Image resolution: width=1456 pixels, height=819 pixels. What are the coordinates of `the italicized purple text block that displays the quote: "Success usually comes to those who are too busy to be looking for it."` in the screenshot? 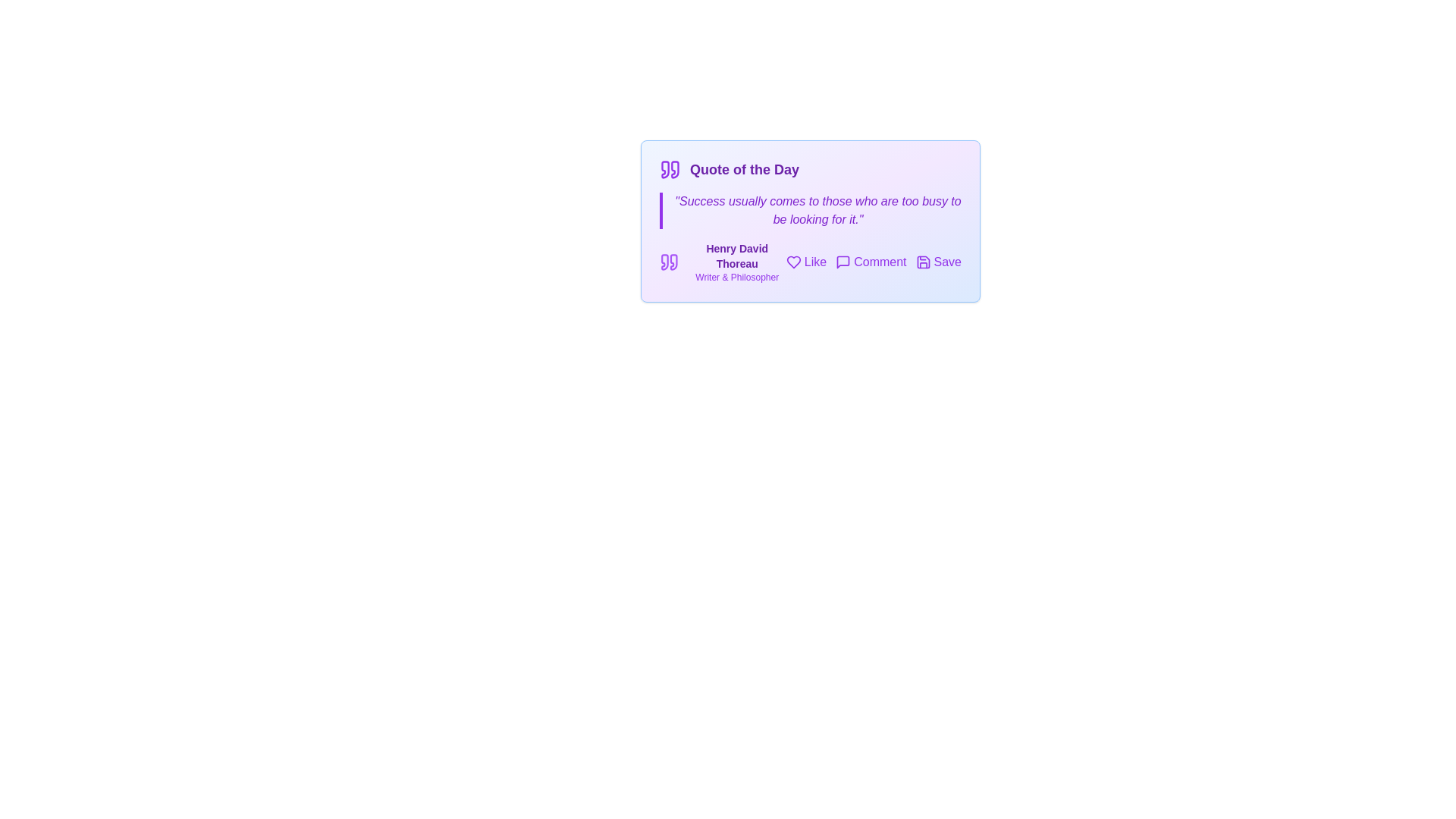 It's located at (810, 210).